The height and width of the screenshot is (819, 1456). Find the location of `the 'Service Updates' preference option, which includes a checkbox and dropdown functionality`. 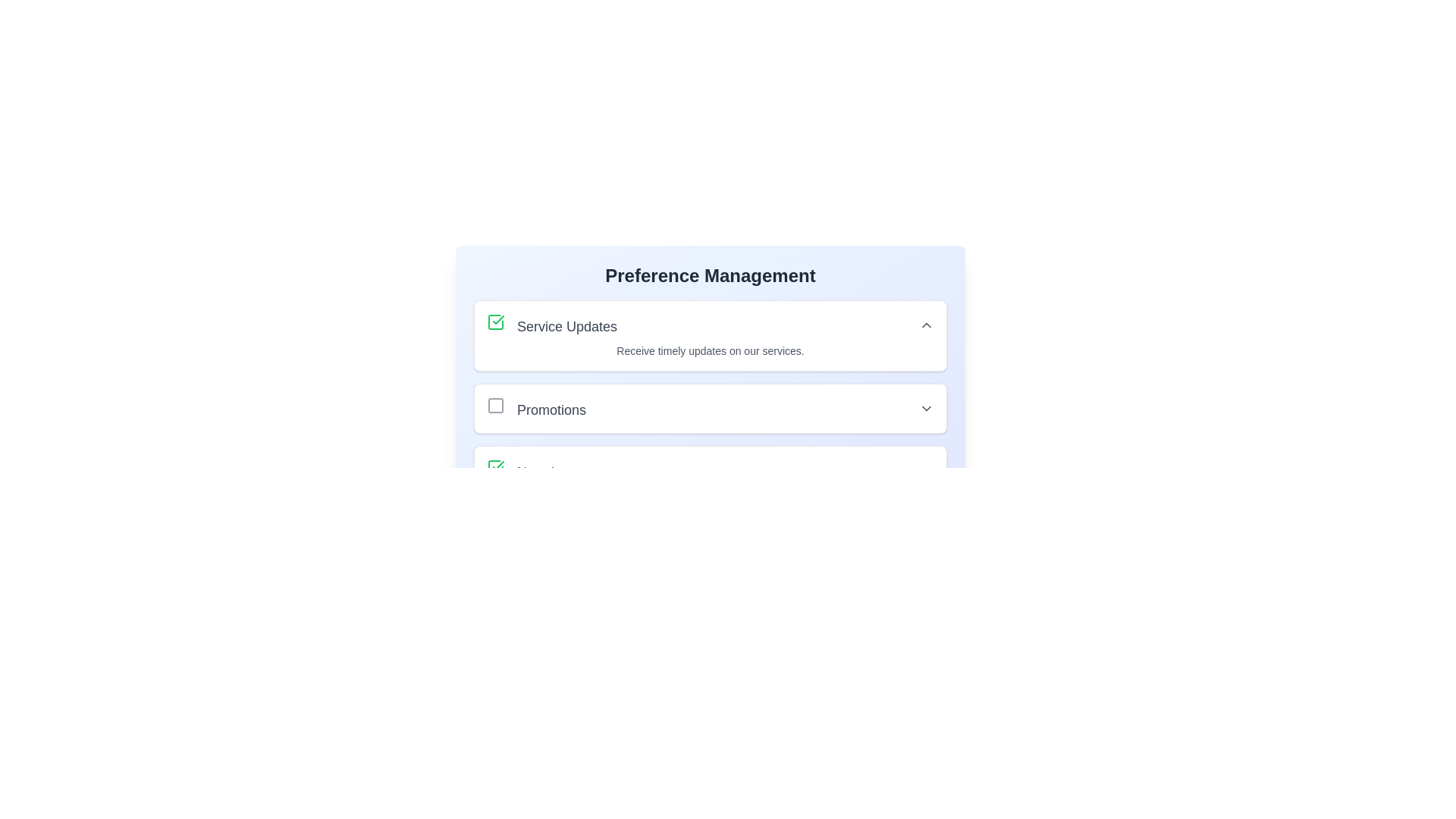

the 'Service Updates' preference option, which includes a checkbox and dropdown functionality is located at coordinates (709, 324).